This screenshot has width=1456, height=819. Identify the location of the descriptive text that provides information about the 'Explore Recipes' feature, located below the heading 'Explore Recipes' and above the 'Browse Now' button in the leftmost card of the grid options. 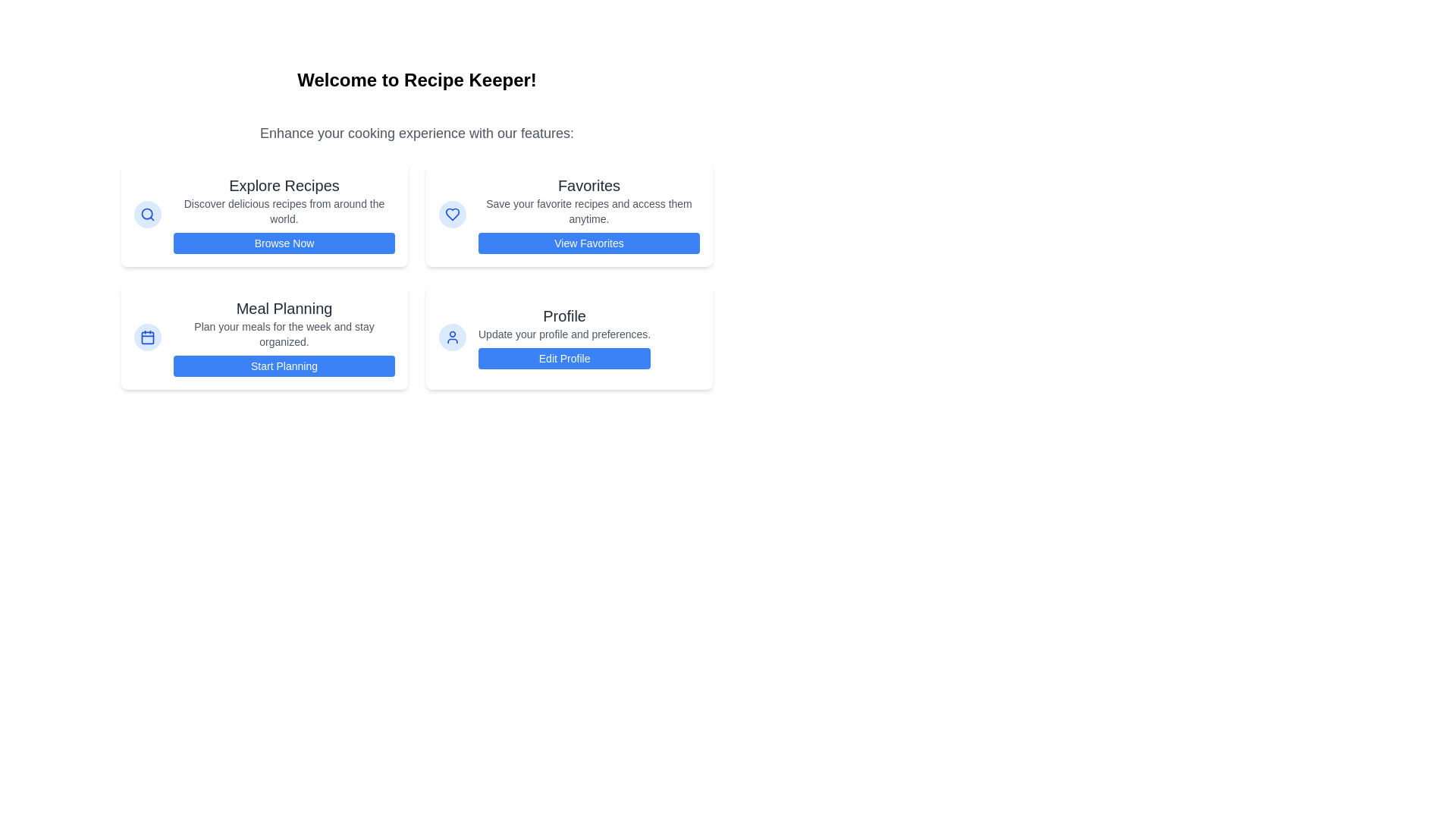
(284, 211).